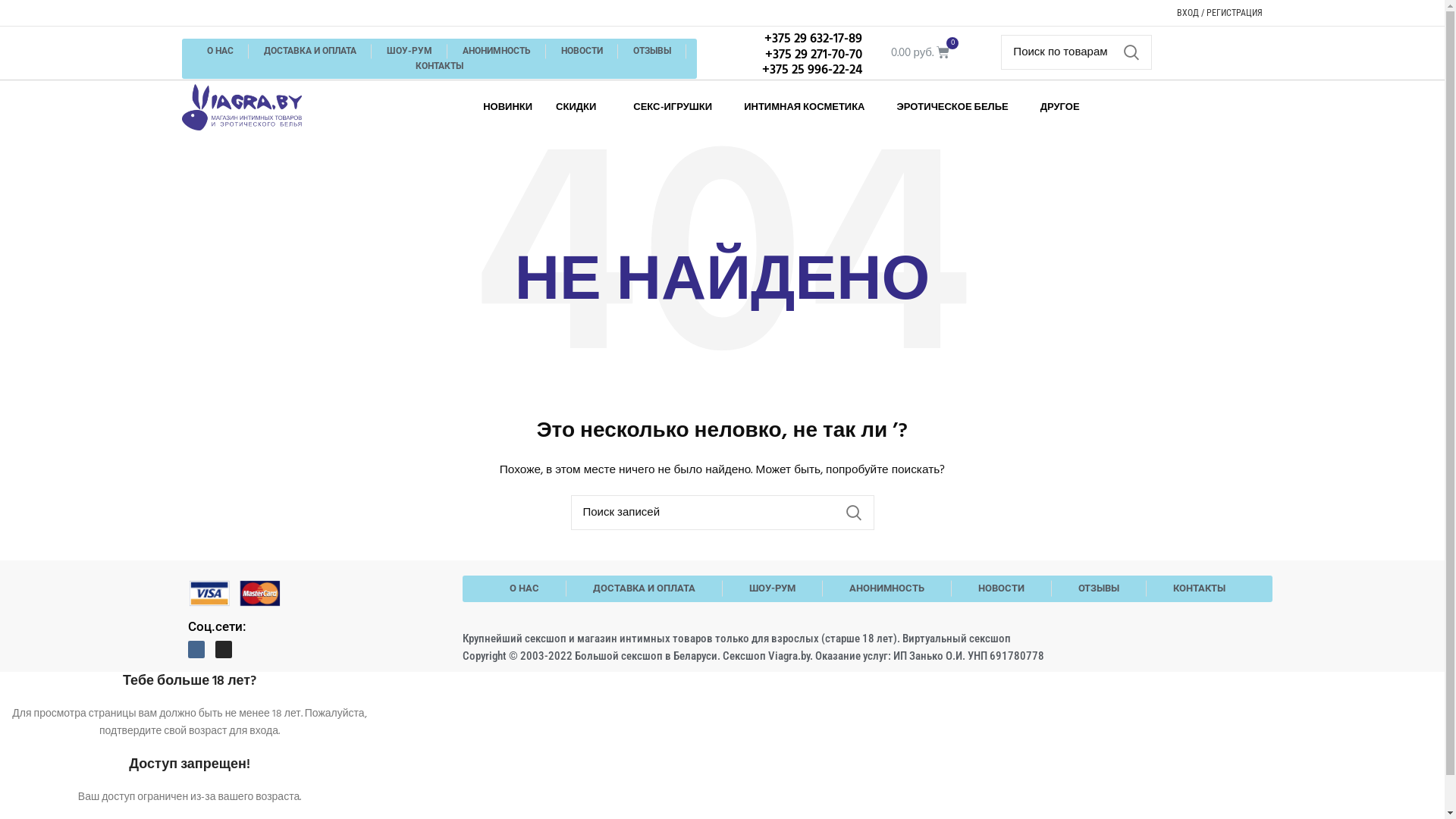  What do you see at coordinates (779, 55) in the screenshot?
I see `'+375 29 271-70-70'` at bounding box center [779, 55].